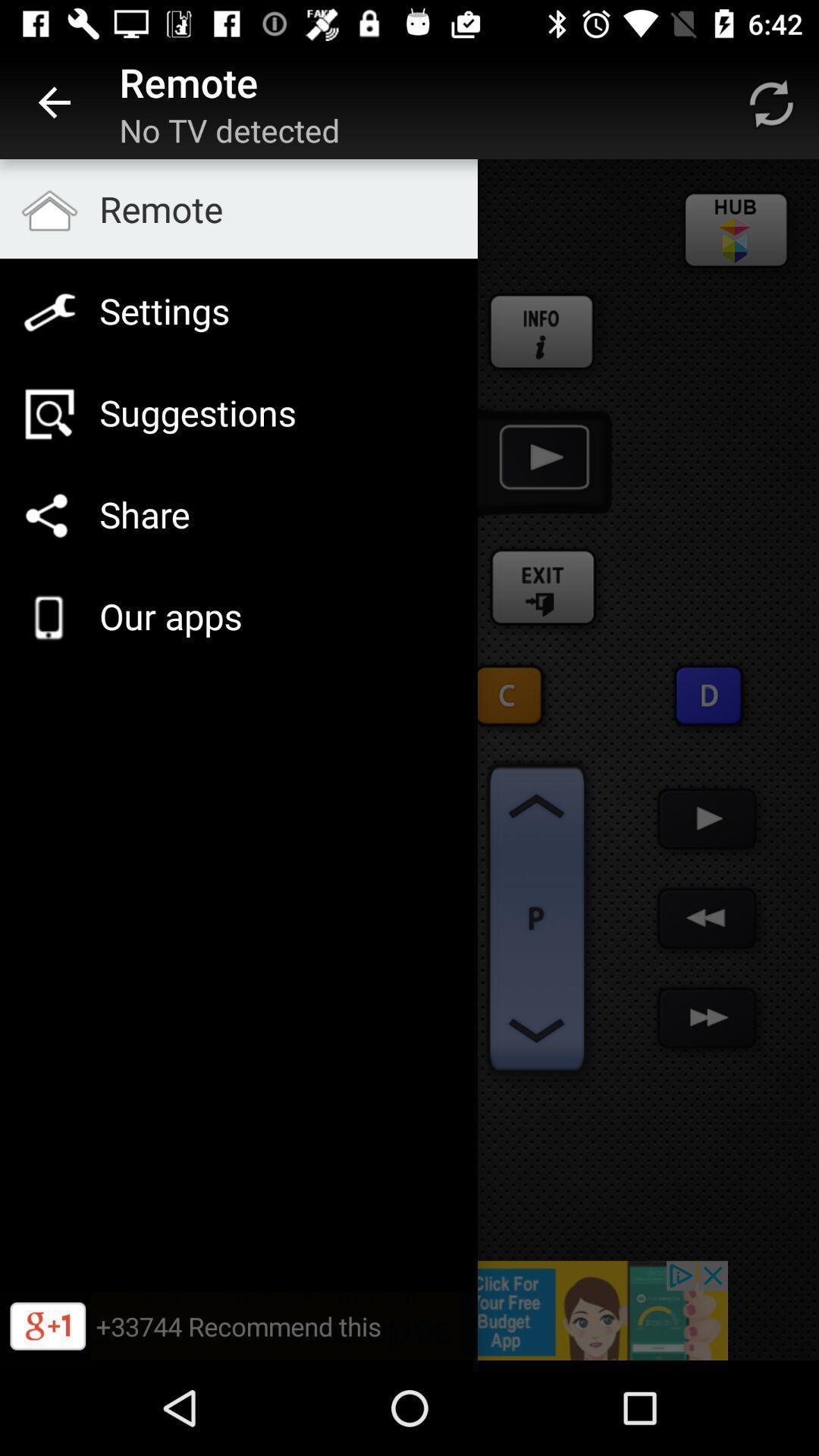 Image resolution: width=819 pixels, height=1456 pixels. What do you see at coordinates (536, 1031) in the screenshot?
I see `the expand_more icon` at bounding box center [536, 1031].